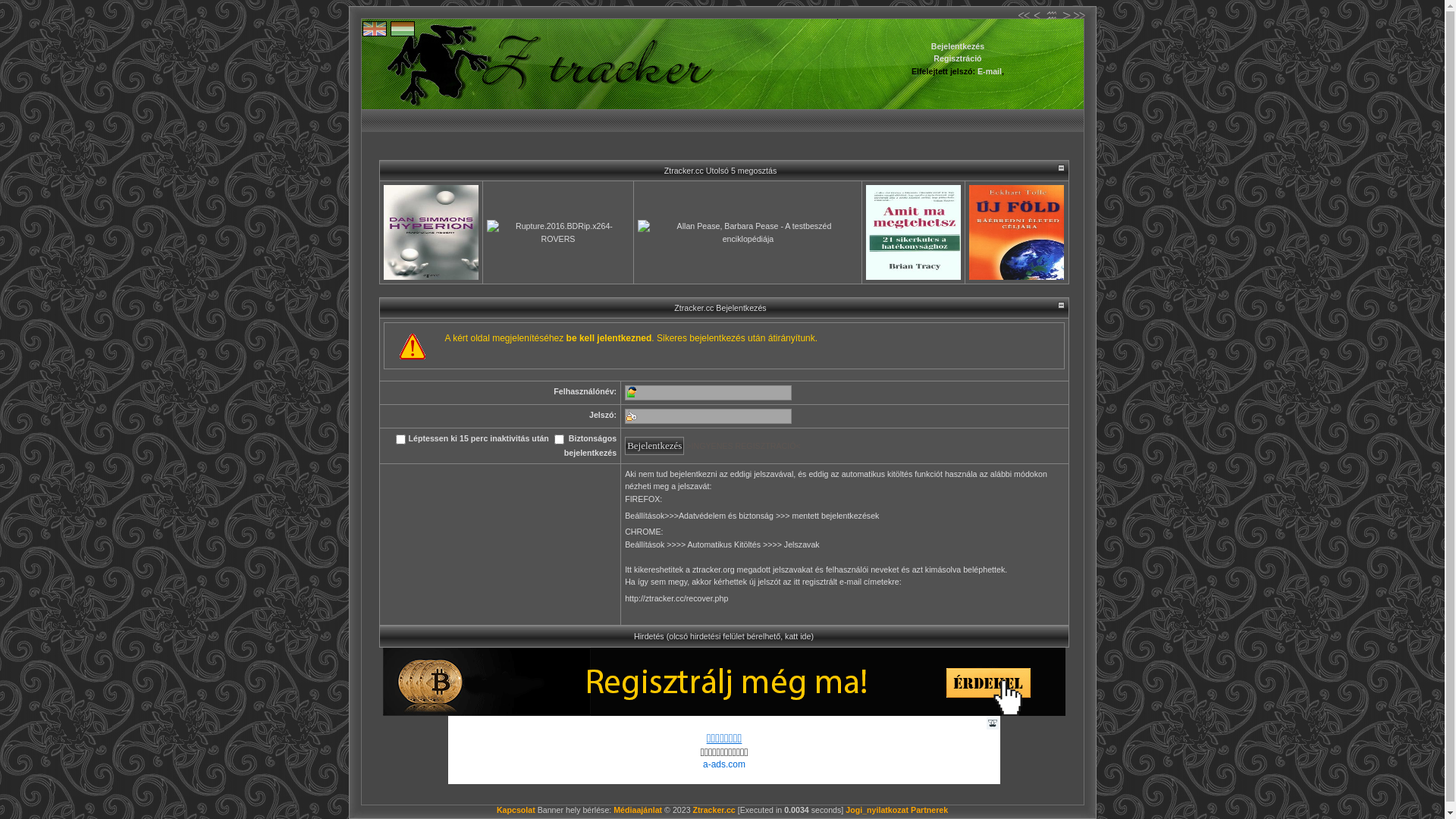 Image resolution: width=1456 pixels, height=819 pixels. What do you see at coordinates (676, 604) in the screenshot?
I see `'http://ztracker.cc/recover.php'` at bounding box center [676, 604].